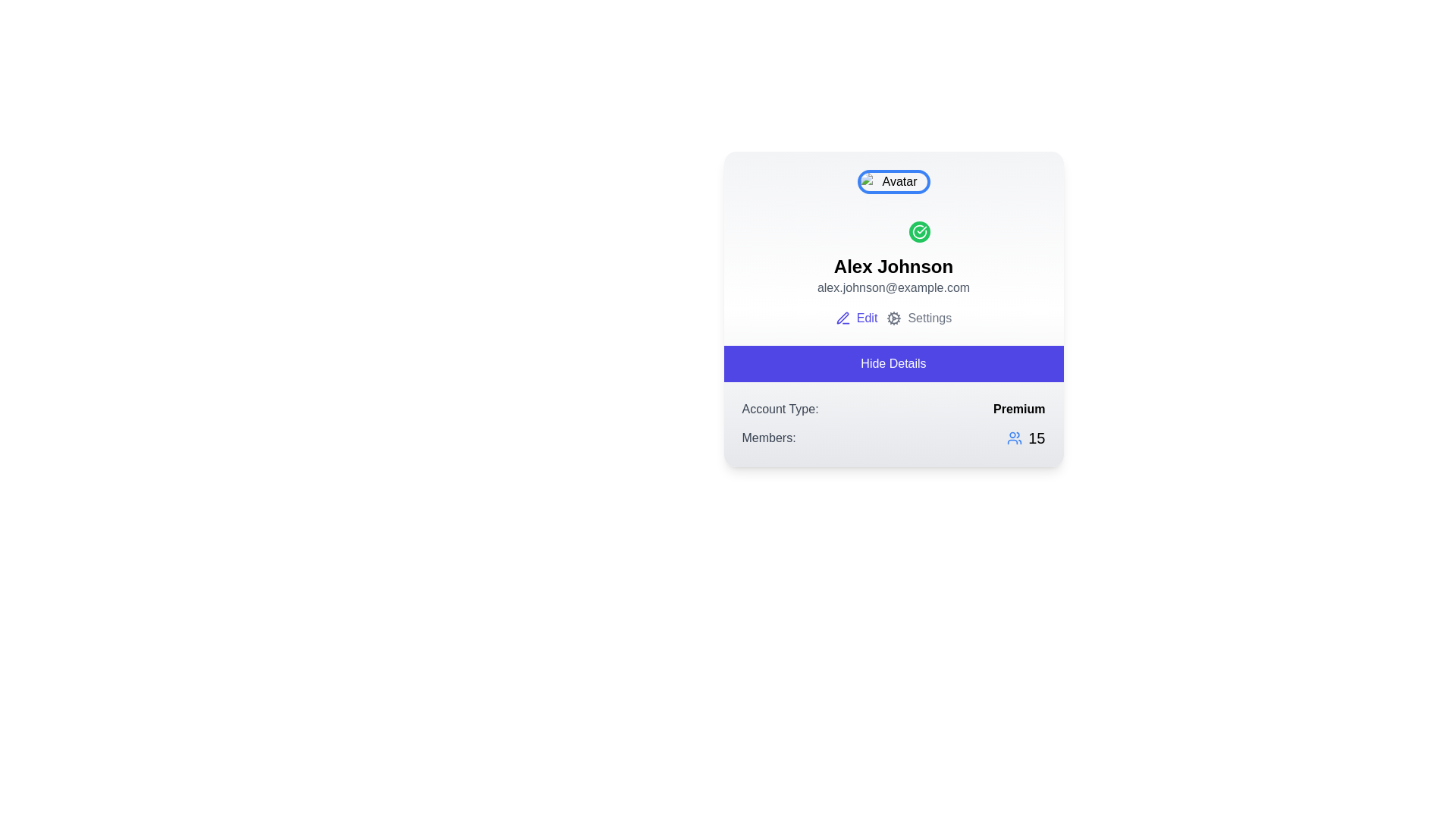 This screenshot has width=1456, height=819. What do you see at coordinates (1019, 409) in the screenshot?
I see `the 'Premium' static text label that indicates the account type, positioned in the bottom section of the card, to the right of 'Account Type:' and above 'Members:' row` at bounding box center [1019, 409].